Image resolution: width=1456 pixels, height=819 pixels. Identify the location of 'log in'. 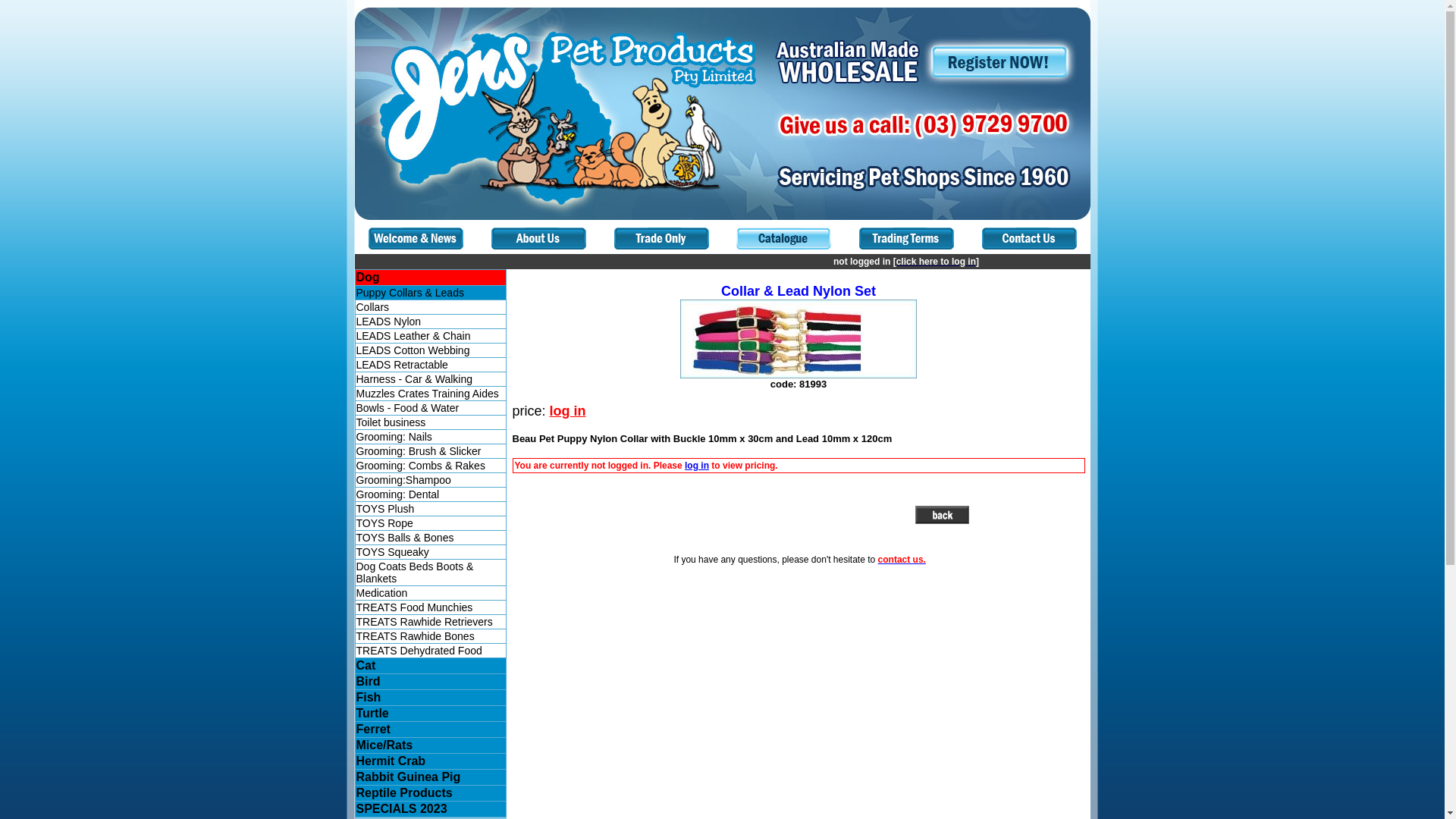
(695, 464).